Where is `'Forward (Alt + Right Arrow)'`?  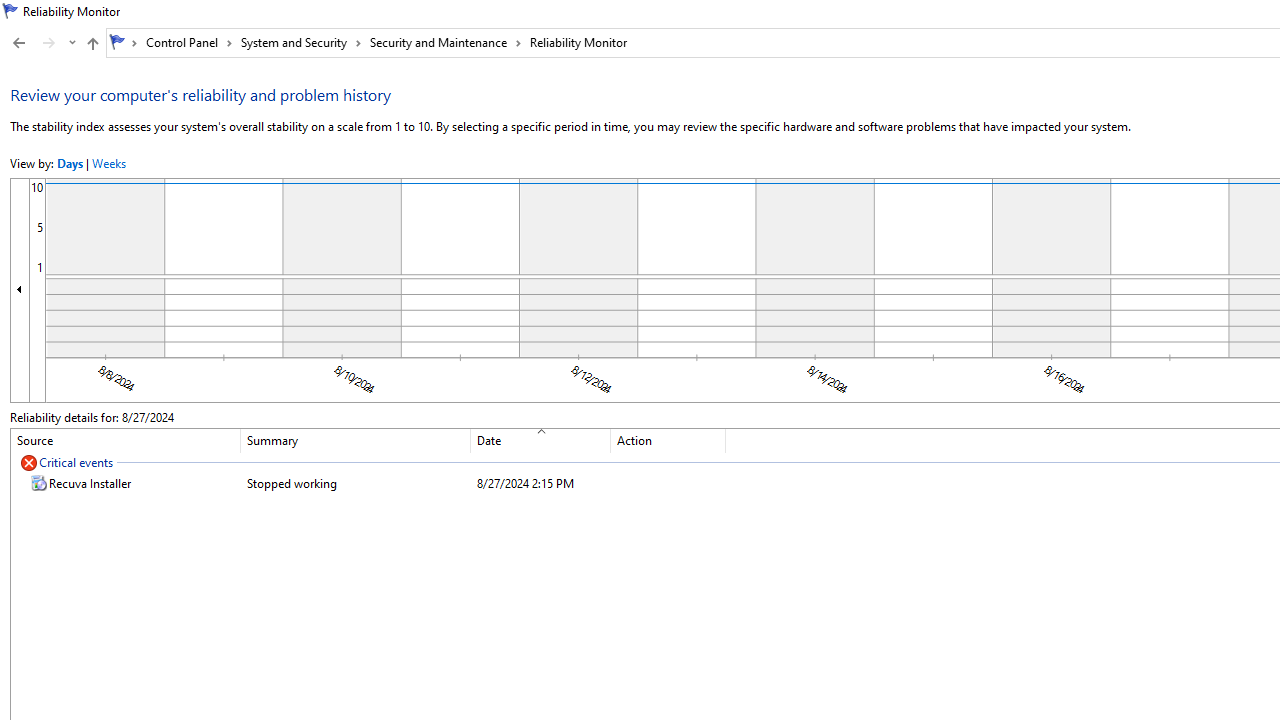 'Forward (Alt + Right Arrow)' is located at coordinates (49, 43).